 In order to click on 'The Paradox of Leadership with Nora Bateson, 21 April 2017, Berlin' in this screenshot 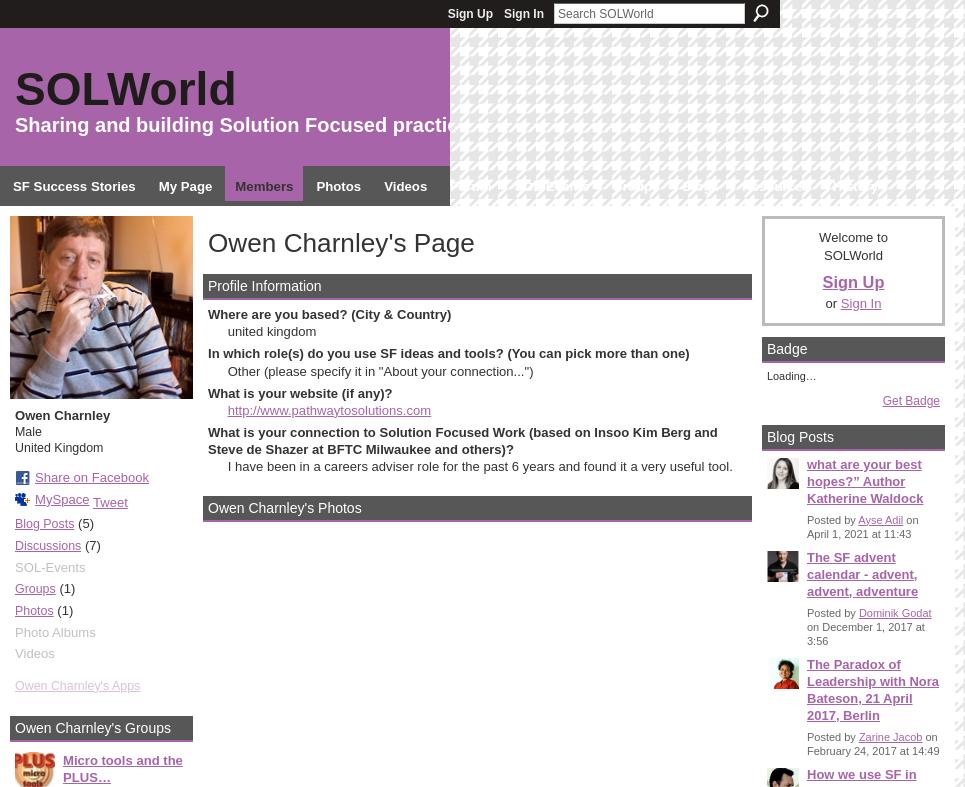, I will do `click(873, 689)`.